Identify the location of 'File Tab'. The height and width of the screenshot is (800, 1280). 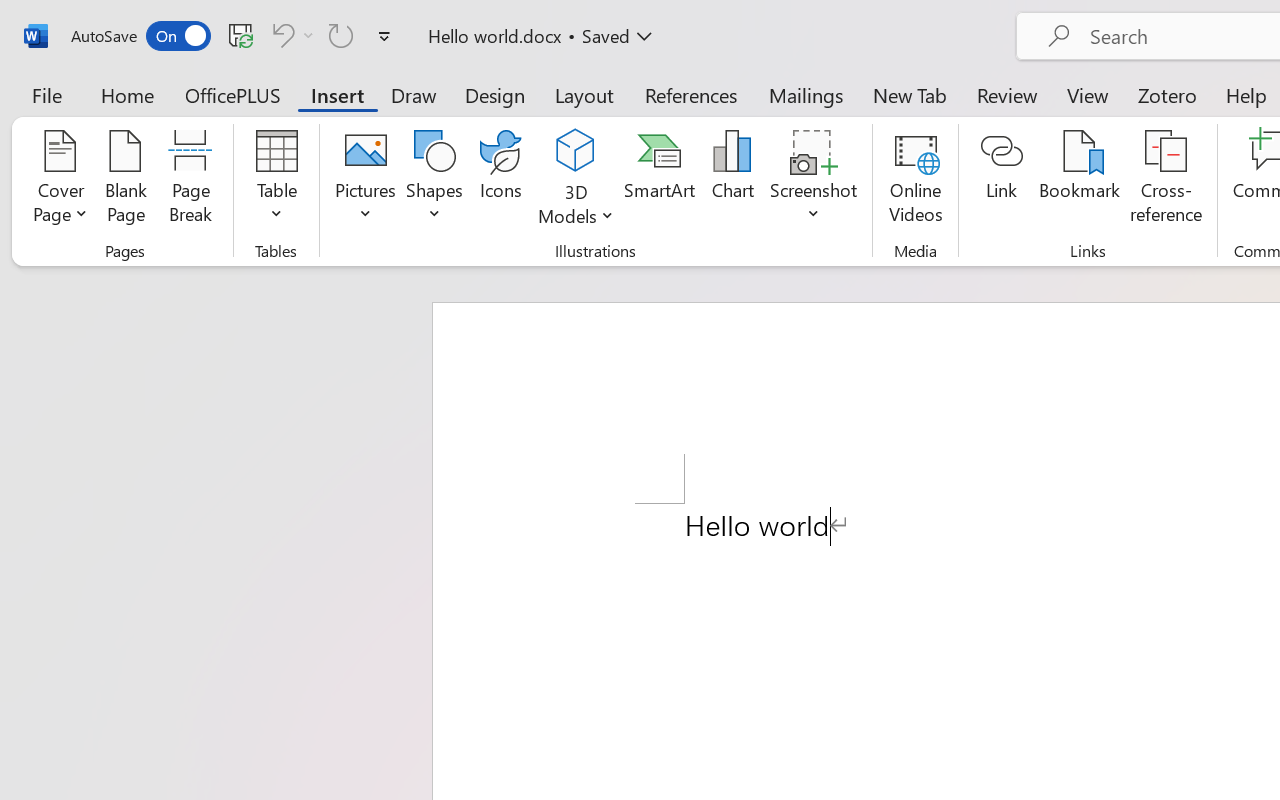
(46, 94).